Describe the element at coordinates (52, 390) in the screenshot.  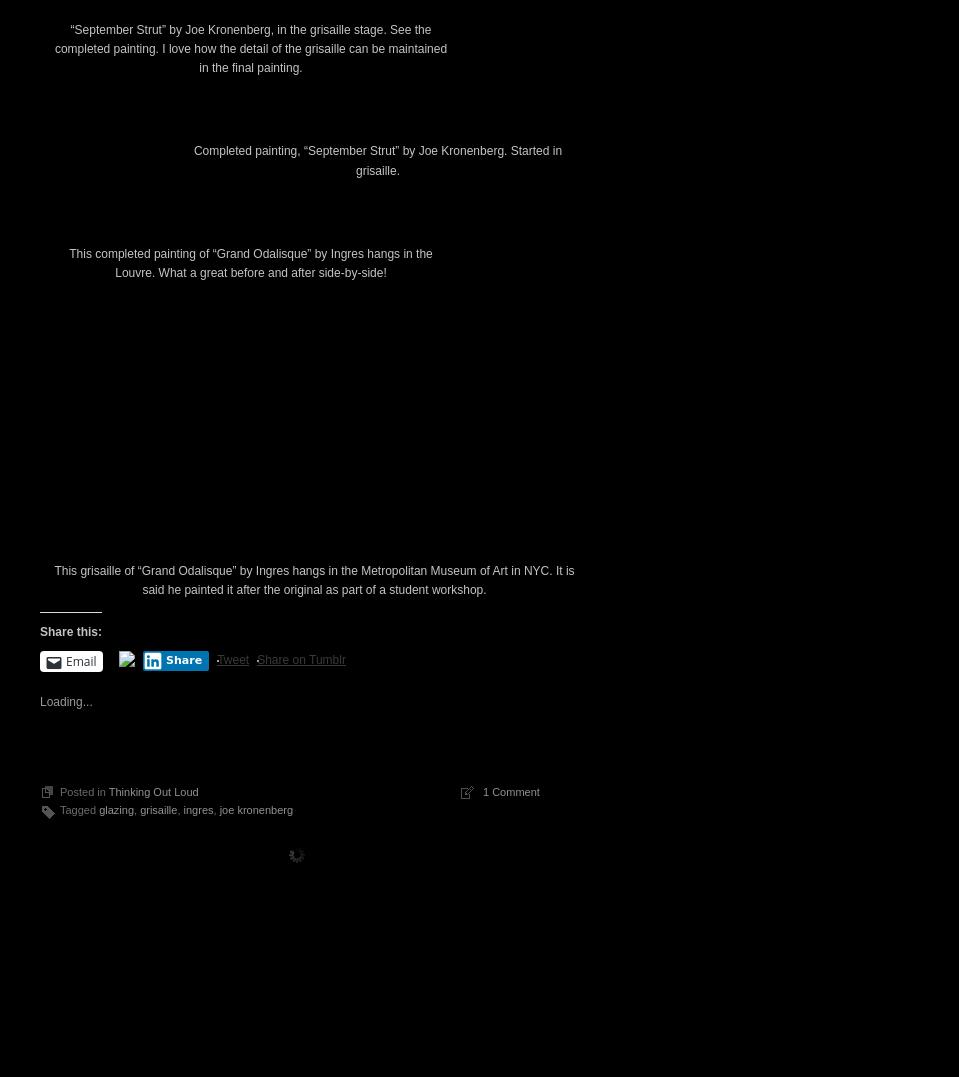
I see `'“September Strut” by Joe Kronenberg, in the grisaille stage. See the completed painting. I love how the detail of the grisaille can be maintained in the final painting.'` at that location.